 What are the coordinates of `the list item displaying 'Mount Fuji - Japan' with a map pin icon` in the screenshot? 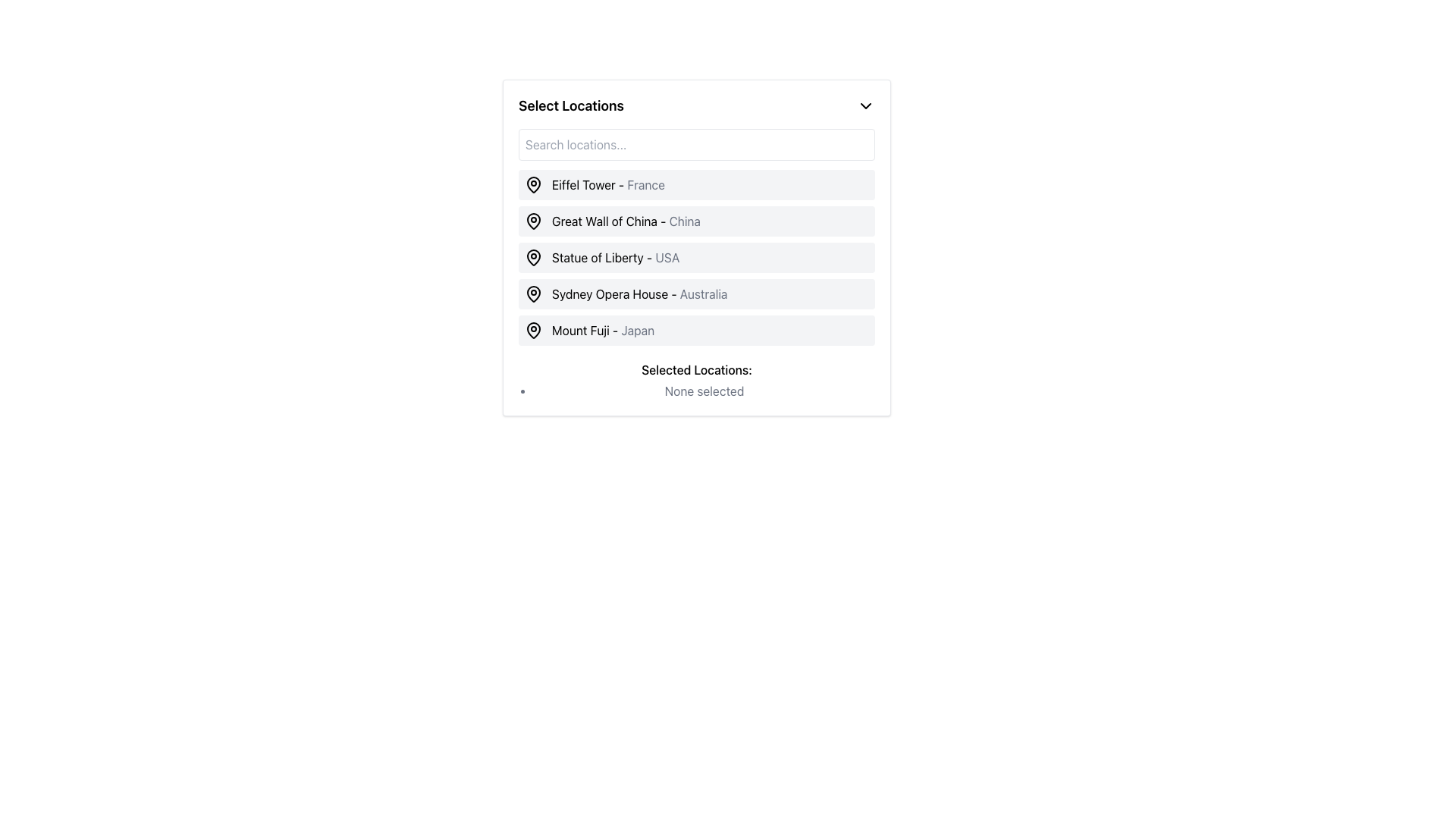 It's located at (588, 329).